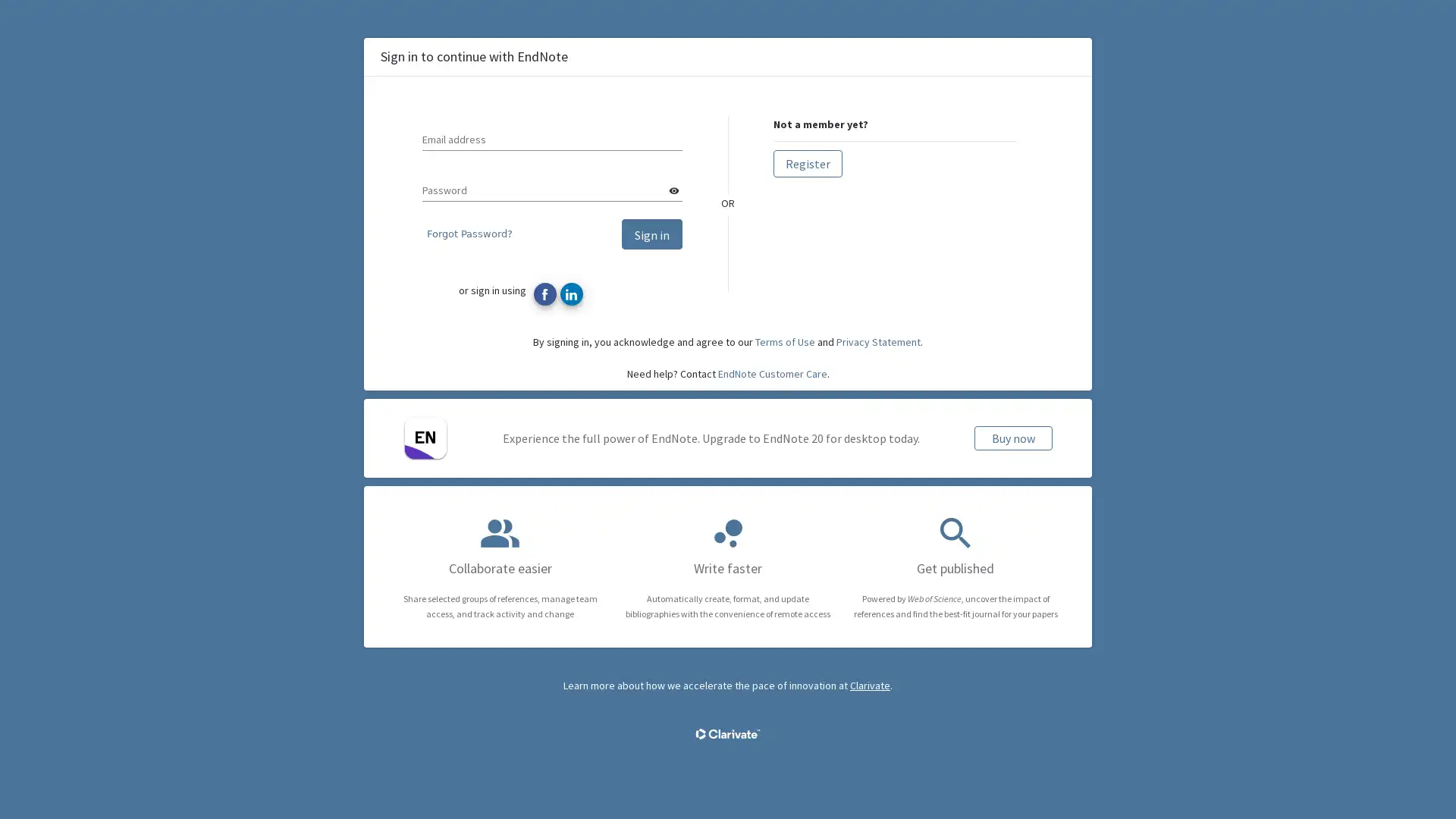  Describe the element at coordinates (544, 293) in the screenshot. I see `Sign in with Facebook` at that location.